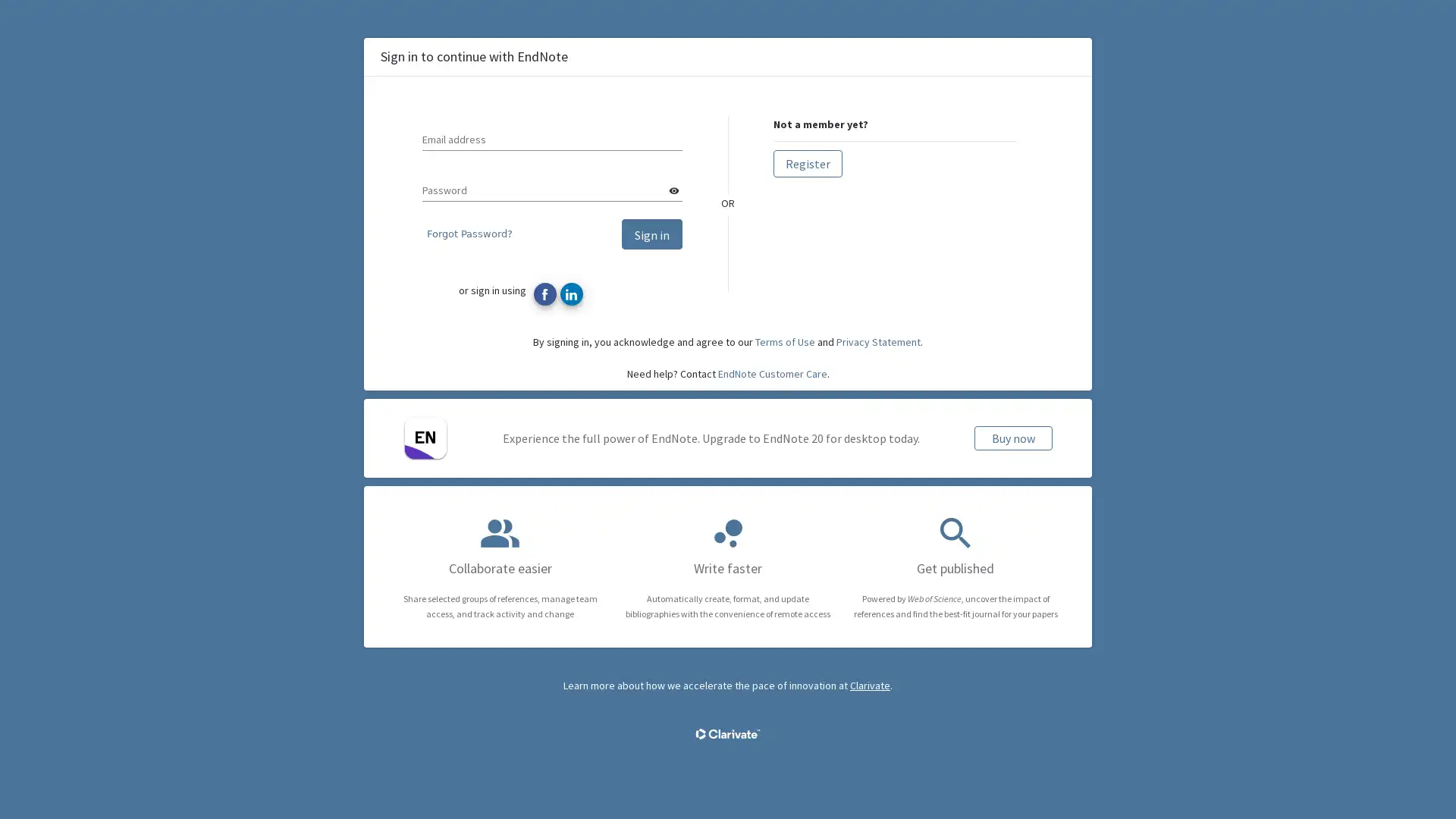  Describe the element at coordinates (544, 293) in the screenshot. I see `Sign in with Facebook` at that location.